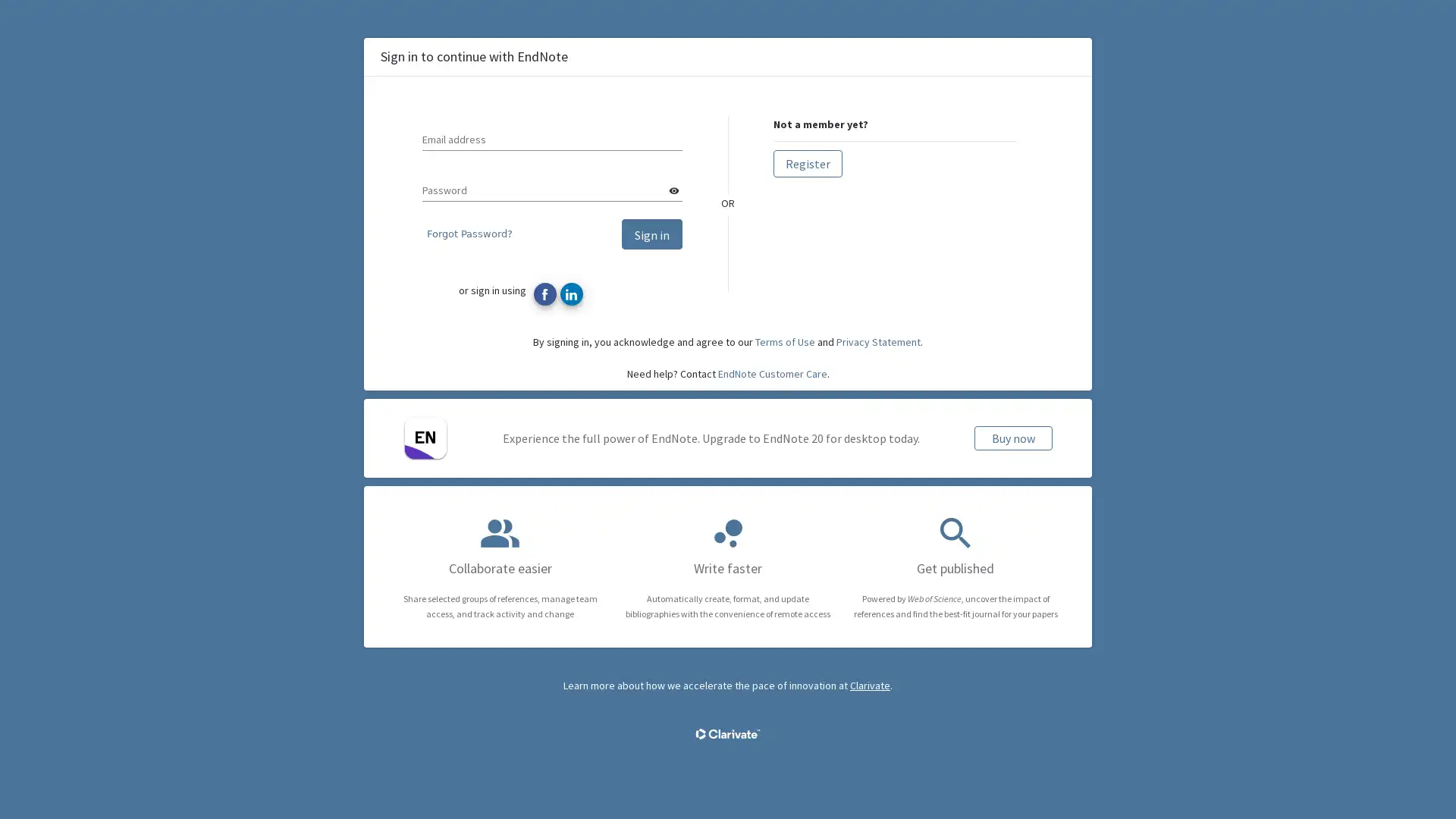  Describe the element at coordinates (544, 293) in the screenshot. I see `Sign in with Facebook` at that location.